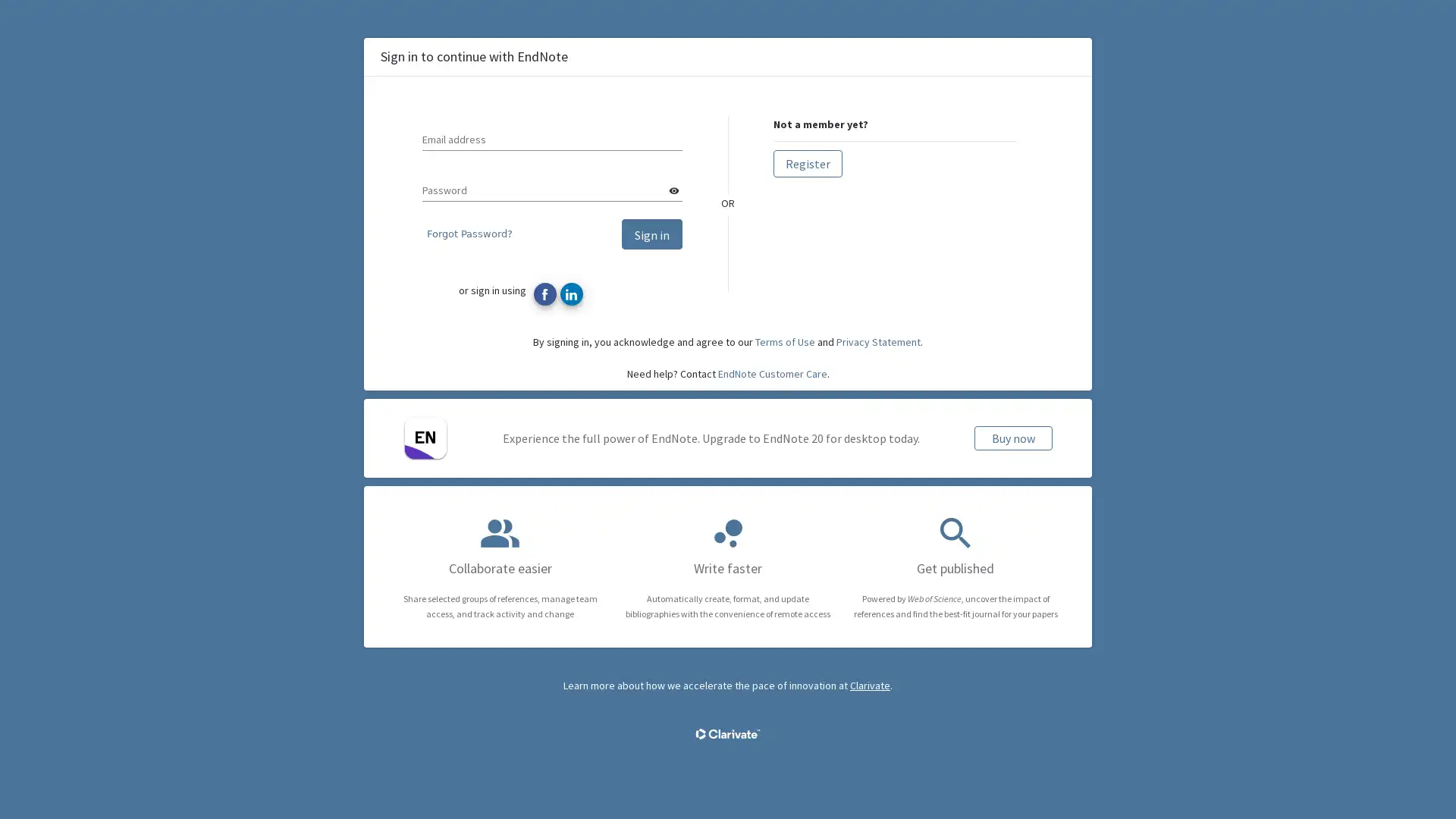  Describe the element at coordinates (544, 293) in the screenshot. I see `Sign in with Facebook` at that location.